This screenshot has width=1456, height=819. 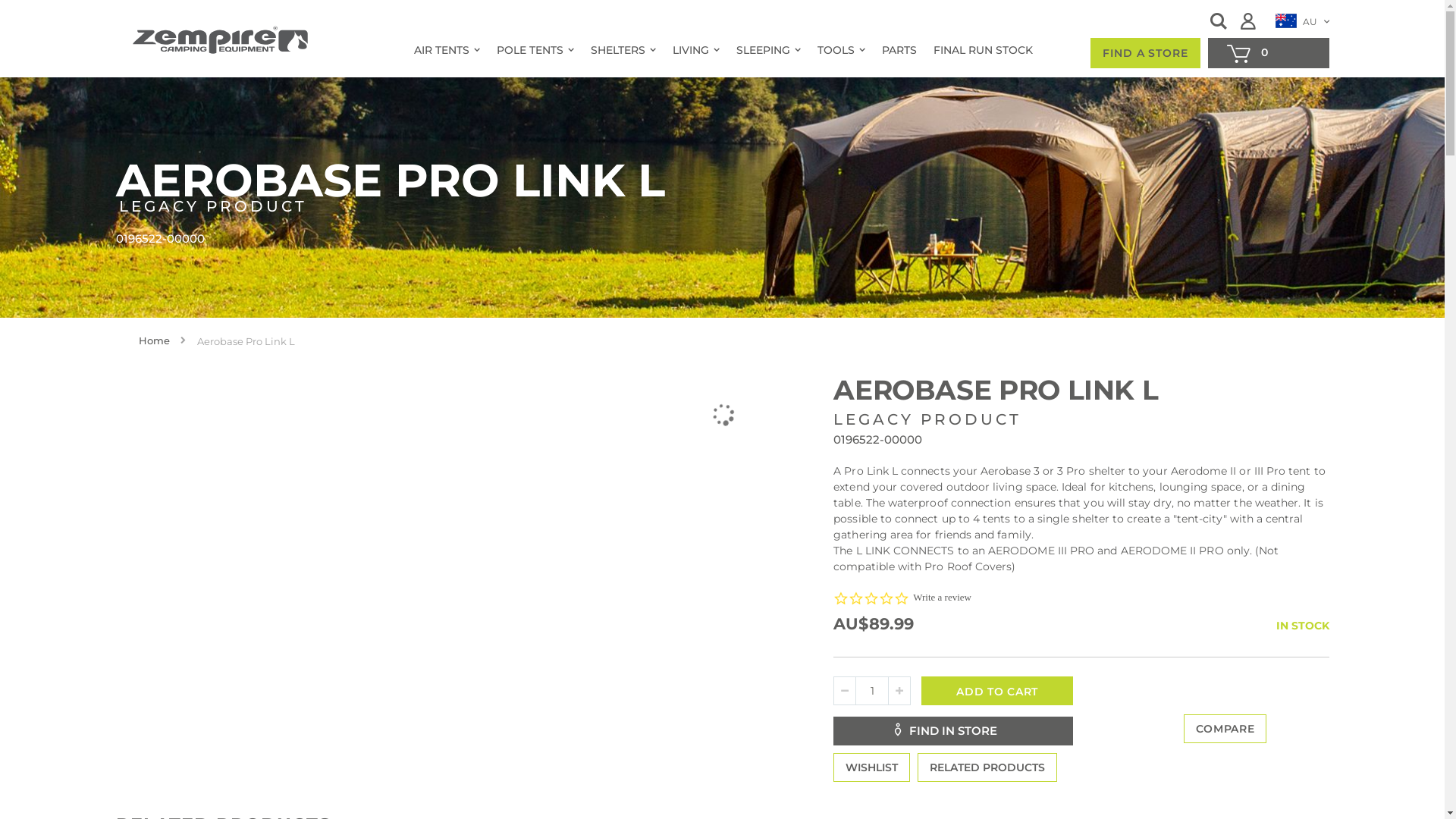 I want to click on 'SEARCH', so click(x=1219, y=20).